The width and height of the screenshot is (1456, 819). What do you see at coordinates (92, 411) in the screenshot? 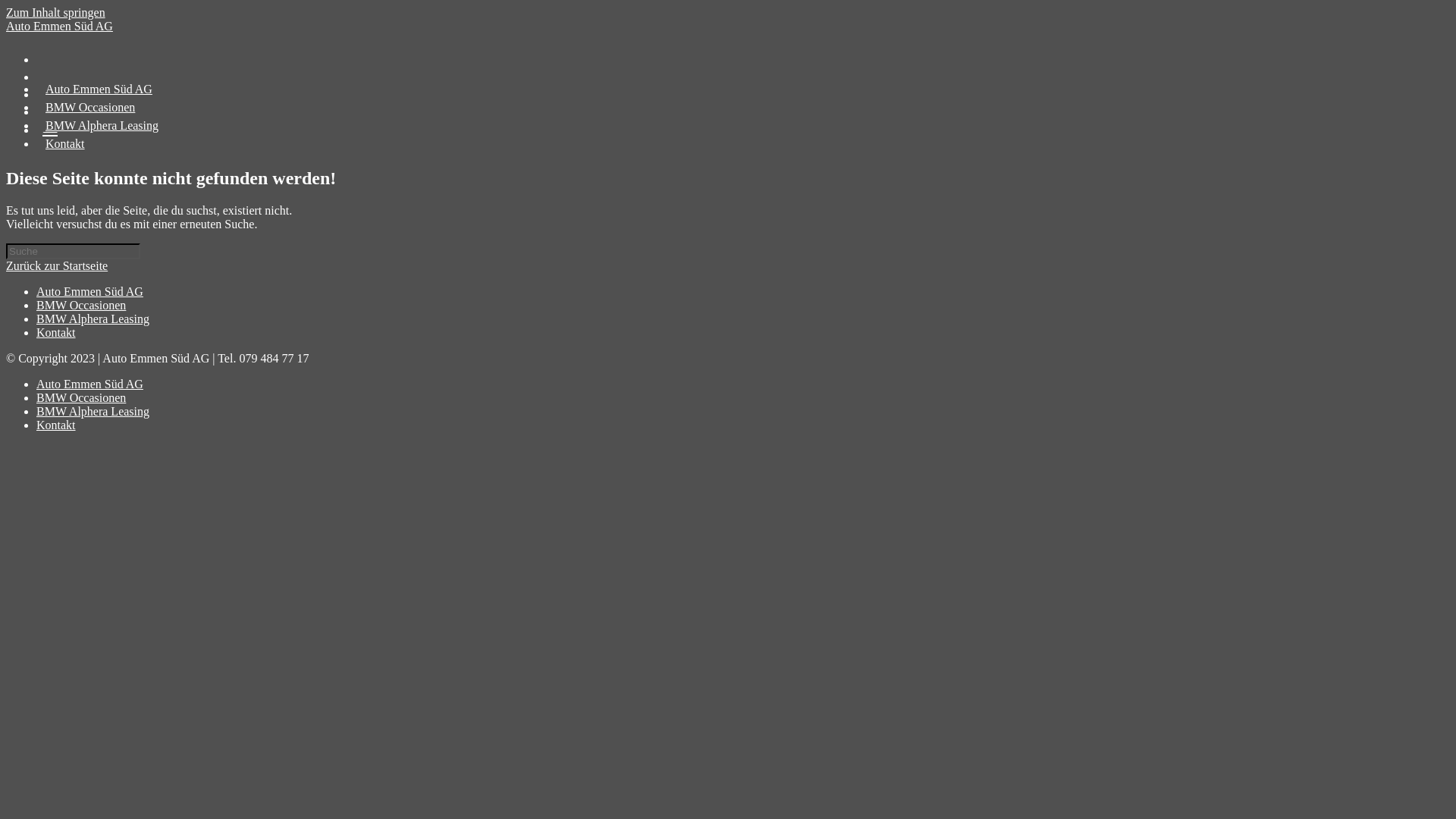
I see `'BMW Alphera Leasing'` at bounding box center [92, 411].